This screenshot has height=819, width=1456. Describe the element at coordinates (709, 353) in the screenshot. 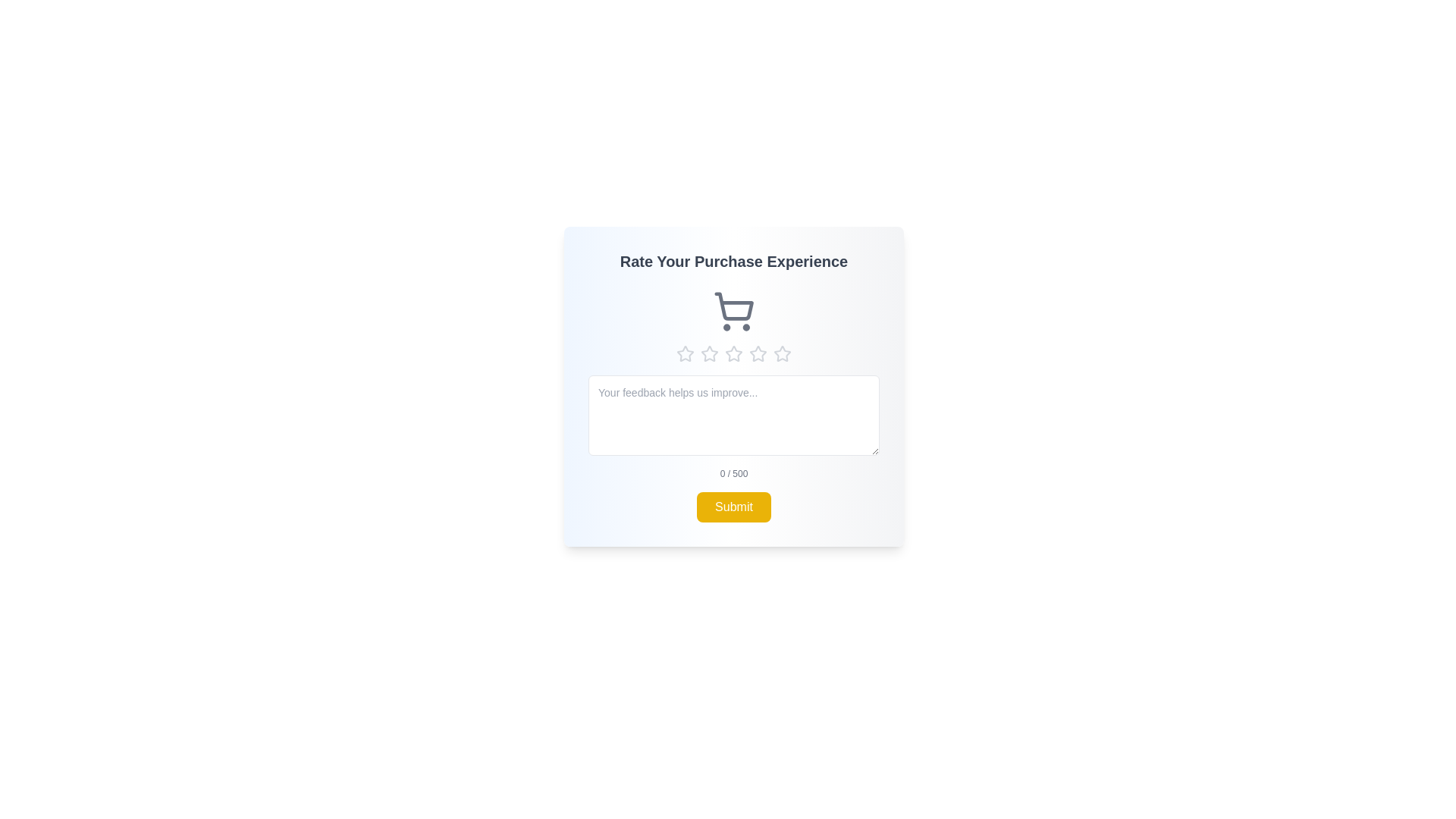

I see `the star corresponding to the desired rating of 2` at that location.